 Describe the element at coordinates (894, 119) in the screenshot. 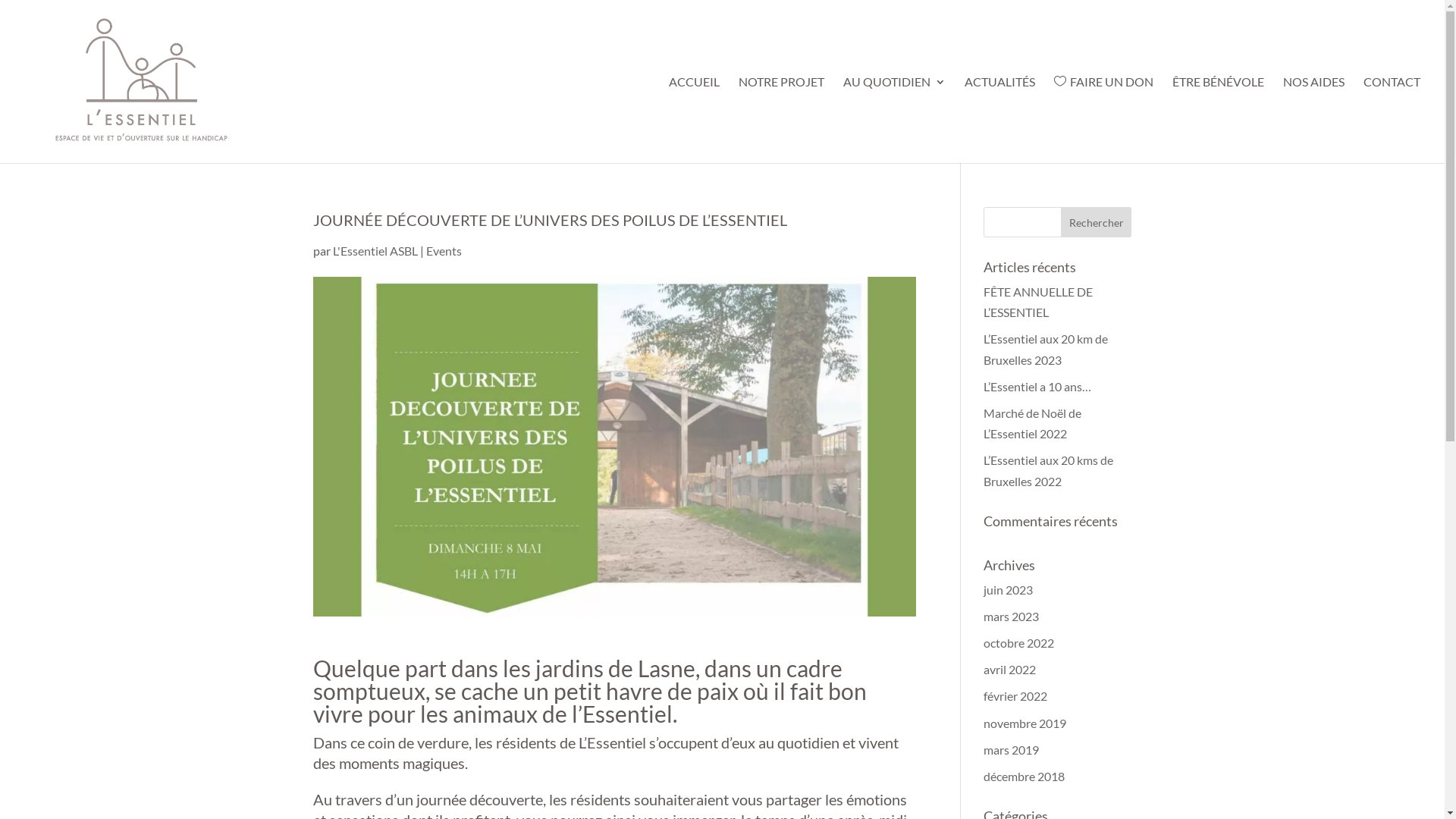

I see `'AU QUOTIDIEN'` at that location.